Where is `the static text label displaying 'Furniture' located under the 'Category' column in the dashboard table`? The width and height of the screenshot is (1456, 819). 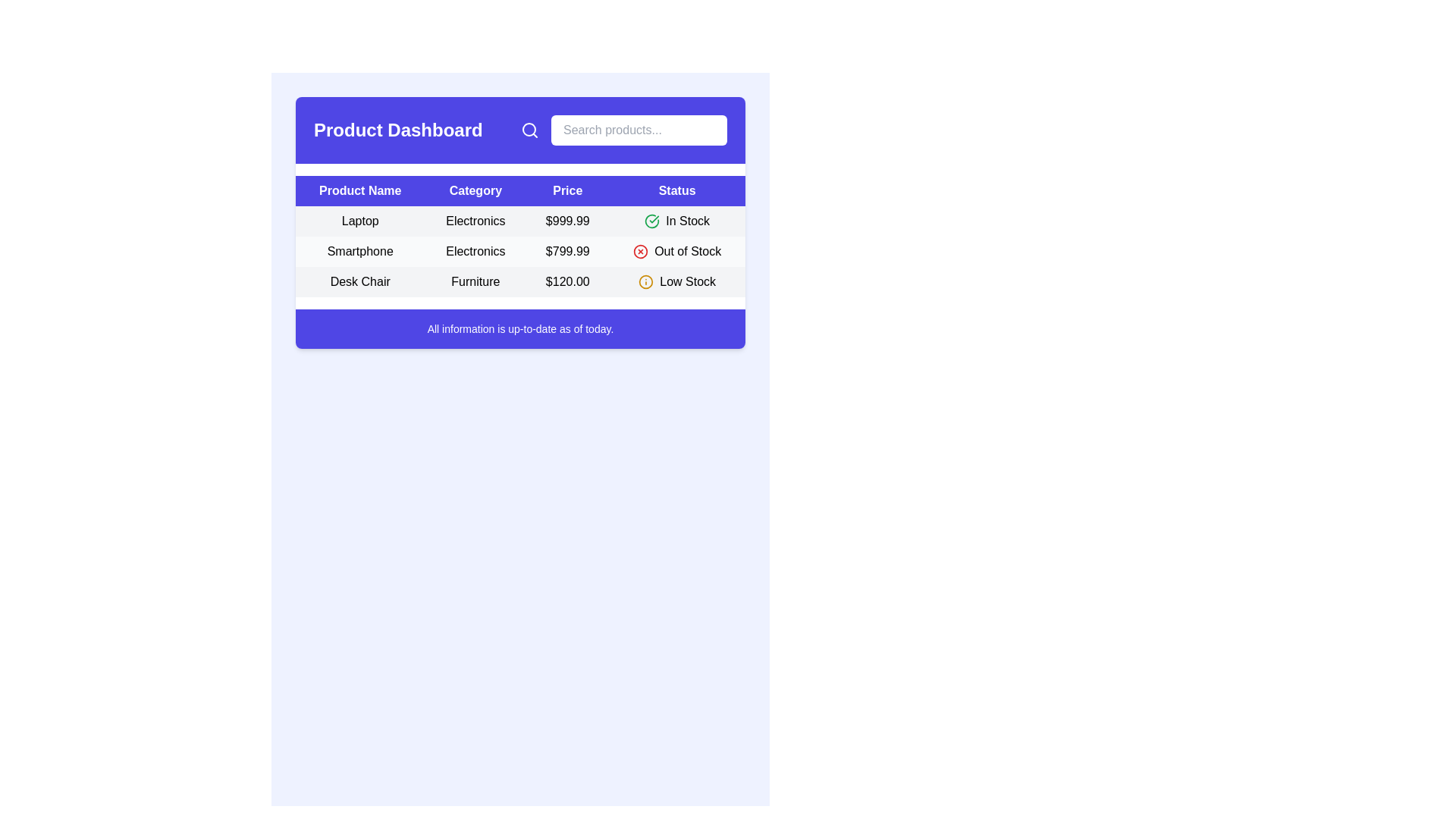
the static text label displaying 'Furniture' located under the 'Category' column in the dashboard table is located at coordinates (475, 281).